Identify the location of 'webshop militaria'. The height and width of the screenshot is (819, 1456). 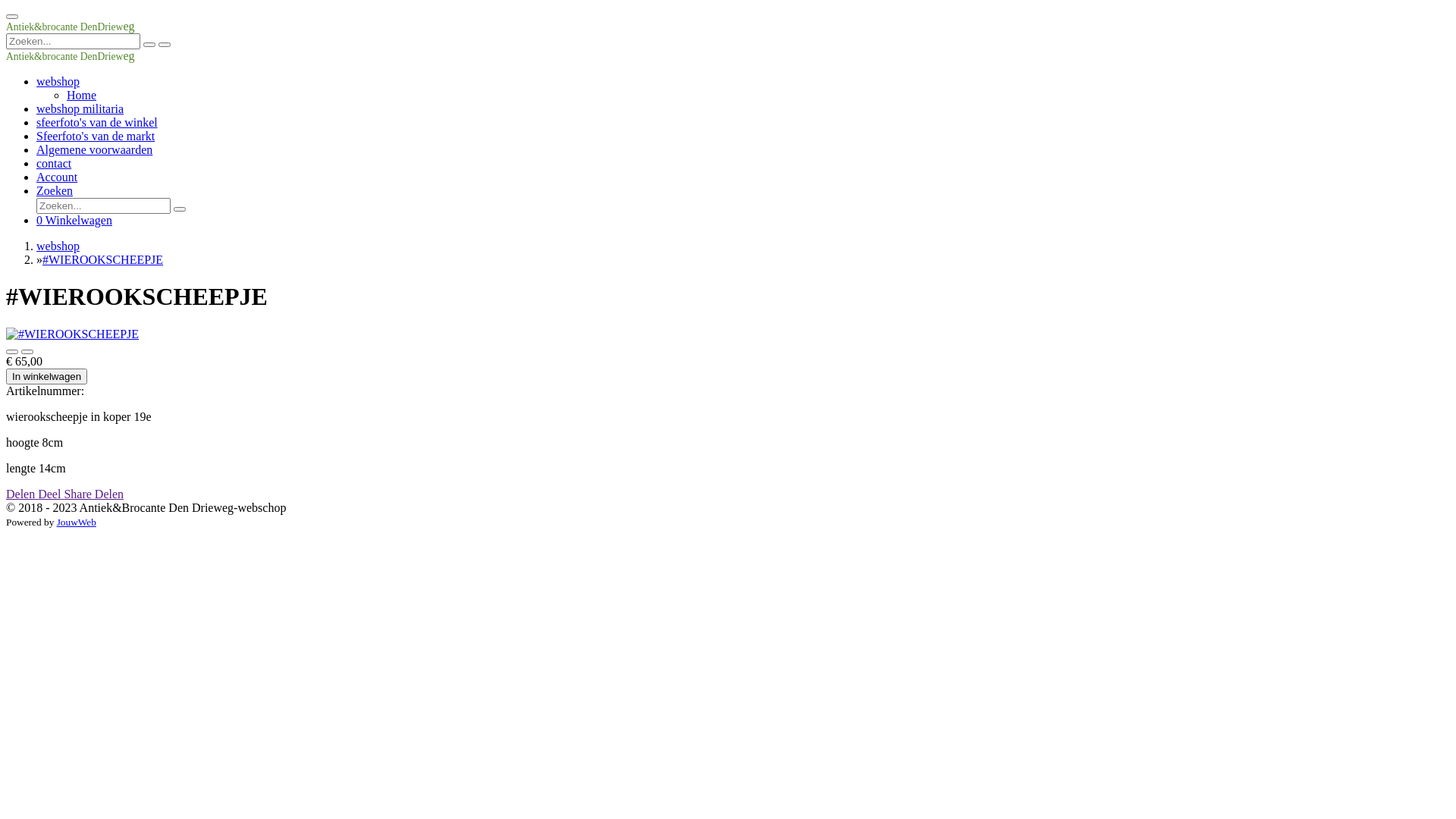
(79, 108).